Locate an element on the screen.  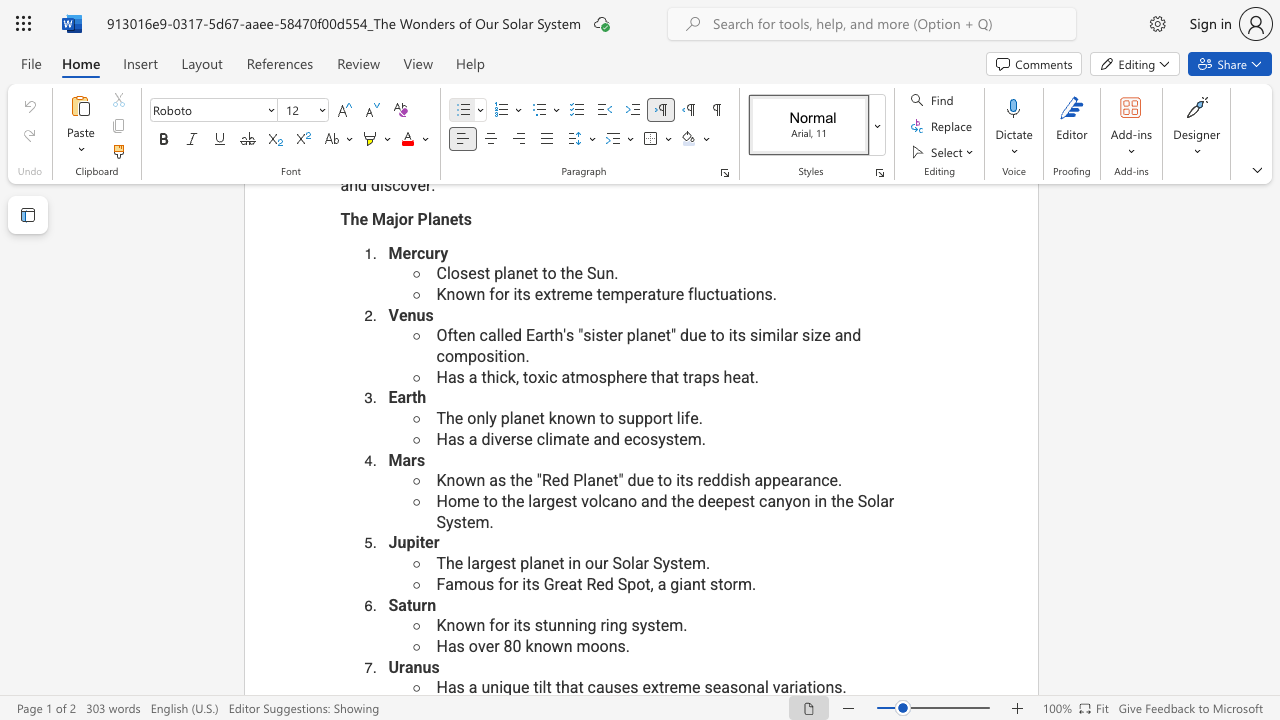
the 1th character "i" in the text is located at coordinates (492, 438).